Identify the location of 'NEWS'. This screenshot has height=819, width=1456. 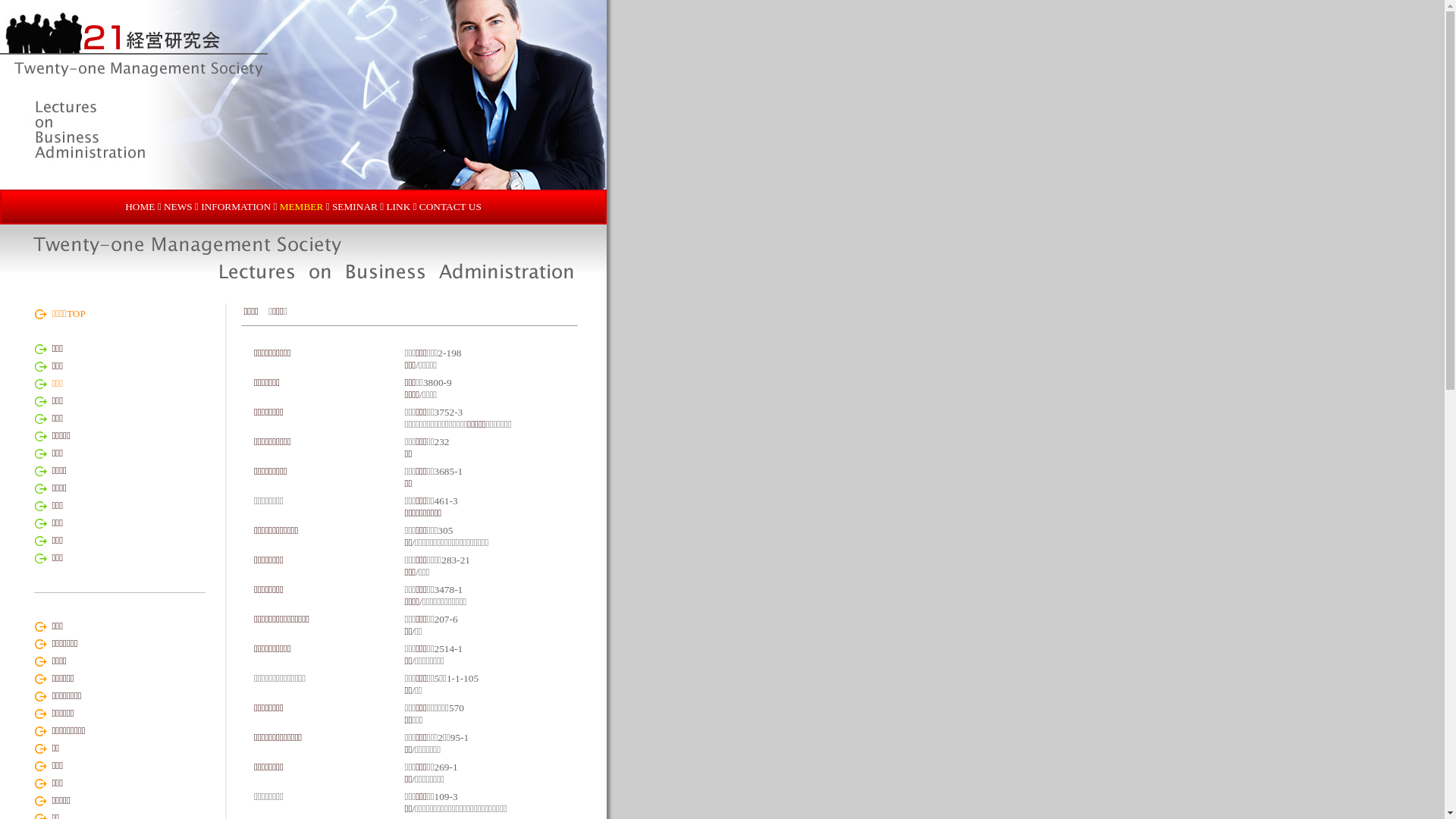
(178, 206).